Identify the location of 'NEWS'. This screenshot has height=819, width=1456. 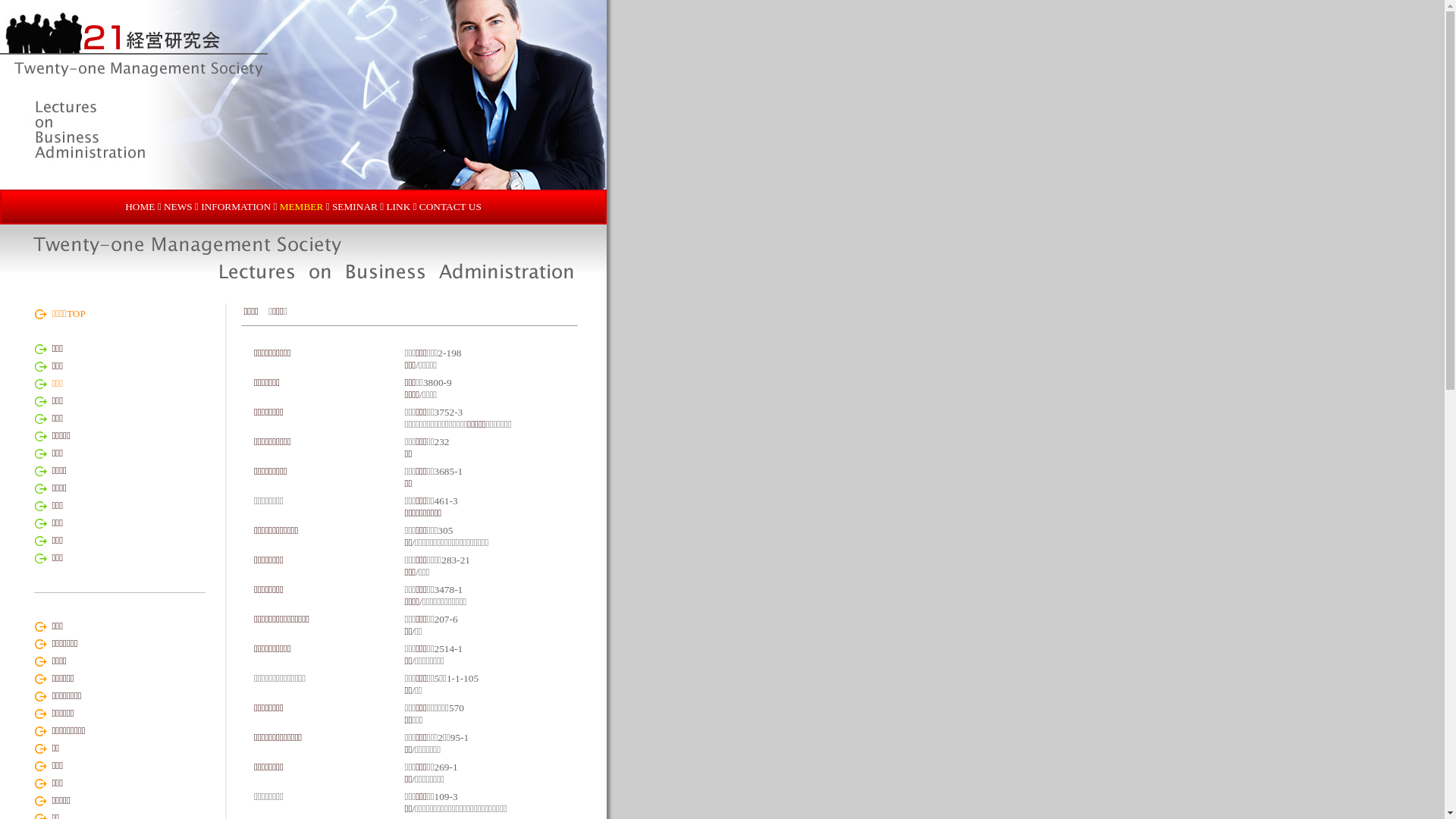
(178, 206).